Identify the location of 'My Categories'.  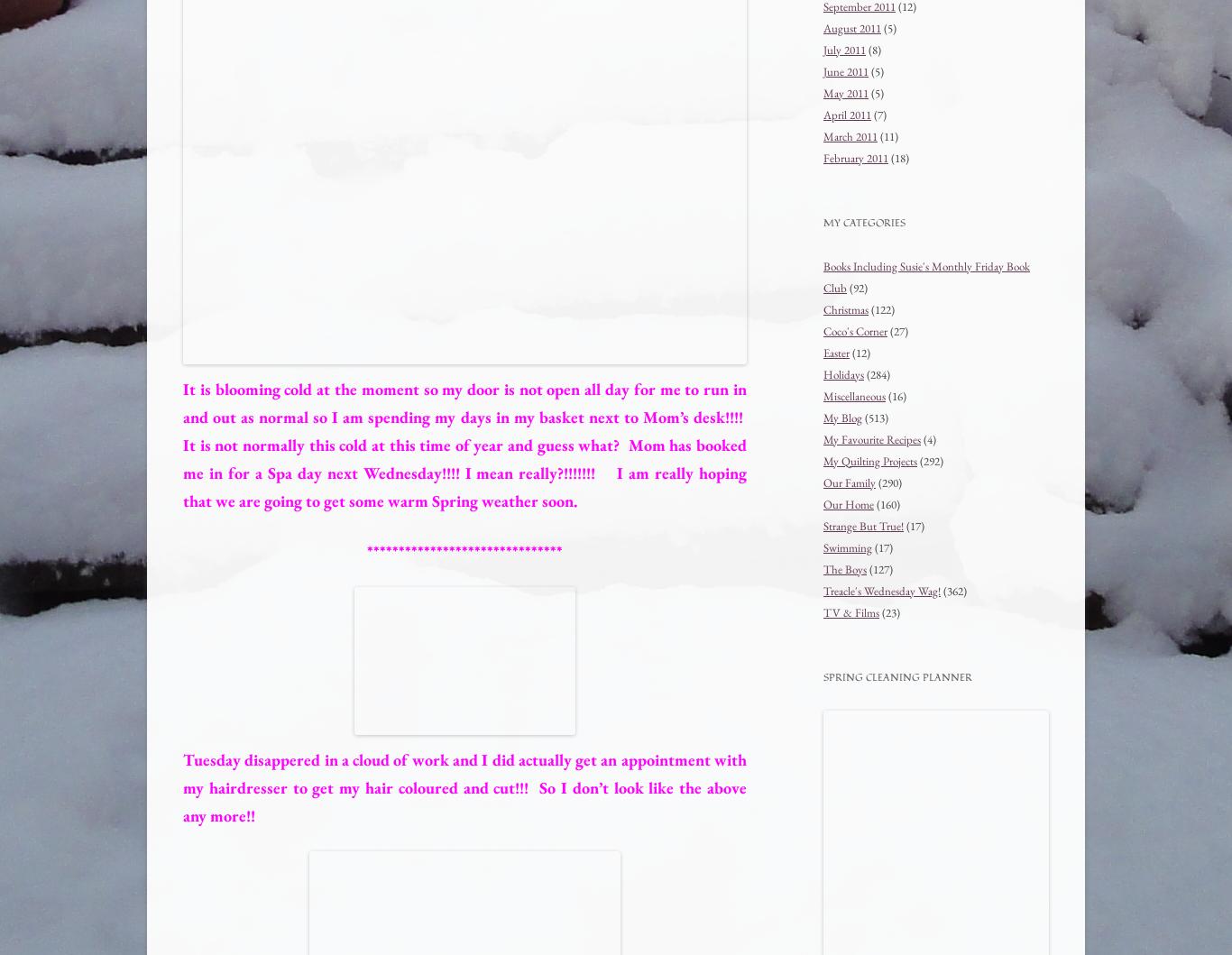
(864, 222).